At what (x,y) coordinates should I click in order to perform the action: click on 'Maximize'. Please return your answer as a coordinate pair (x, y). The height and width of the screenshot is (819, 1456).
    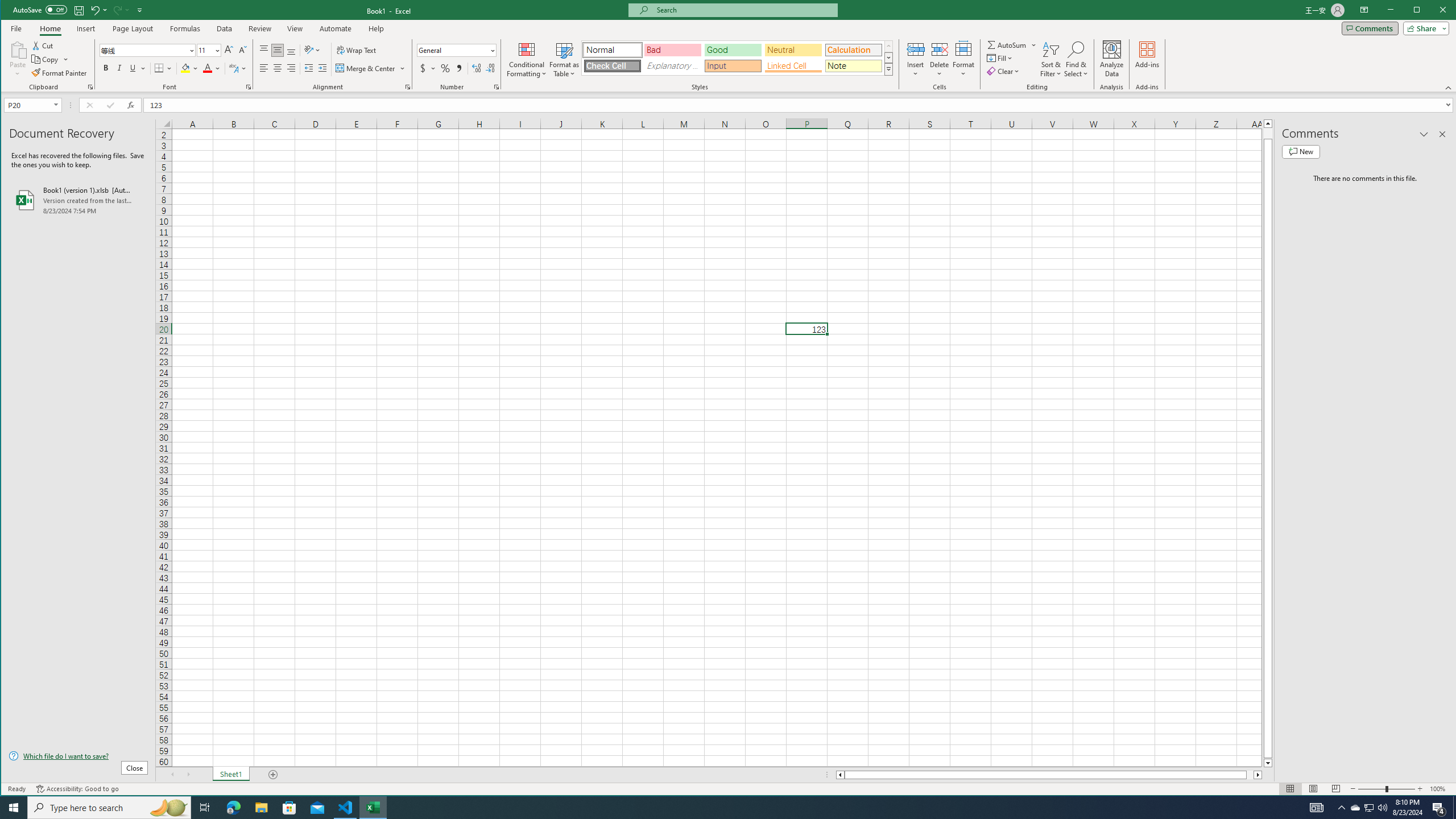
    Looking at the image, I should click on (1433, 11).